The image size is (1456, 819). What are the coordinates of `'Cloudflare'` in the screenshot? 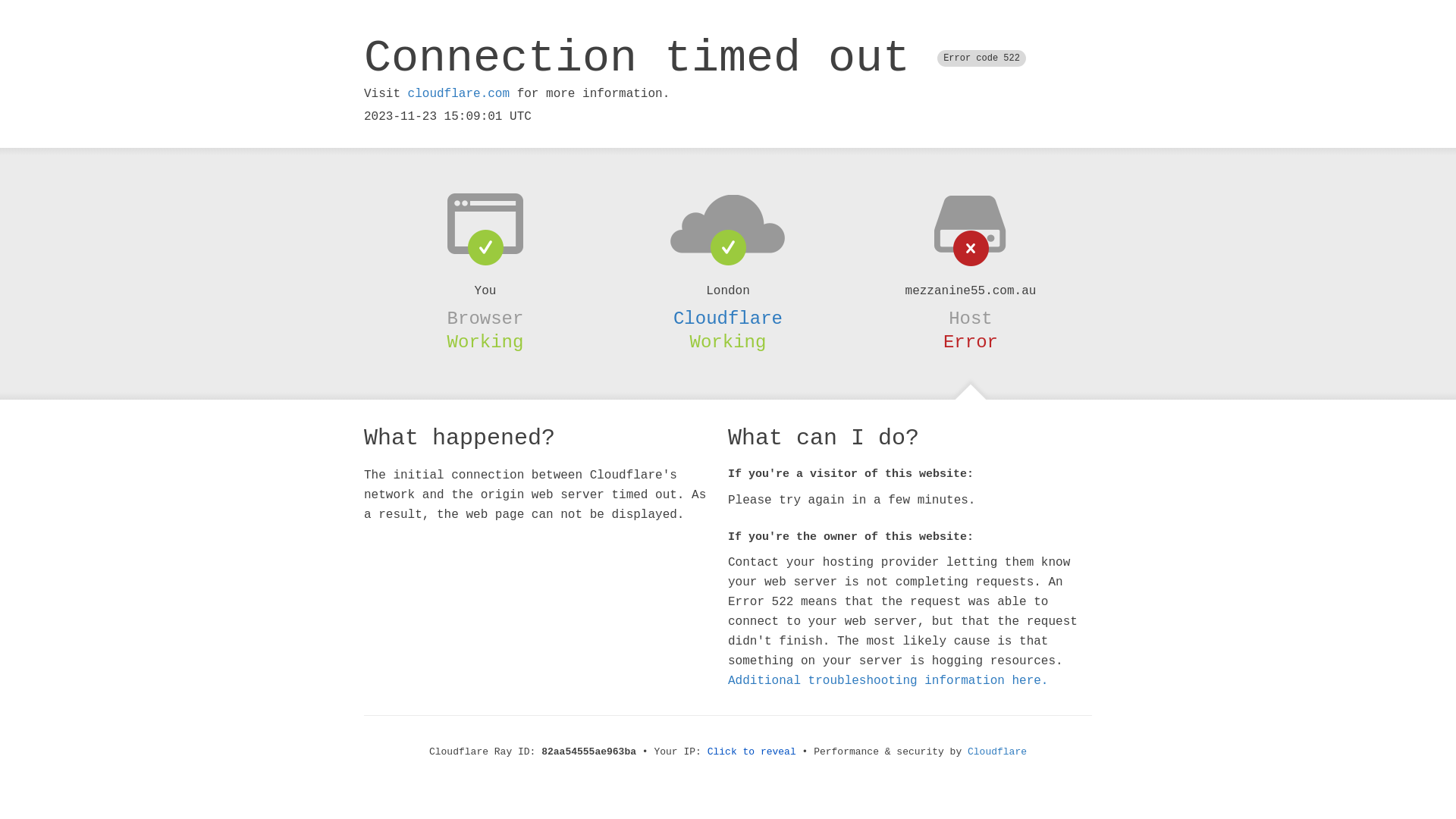 It's located at (728, 318).